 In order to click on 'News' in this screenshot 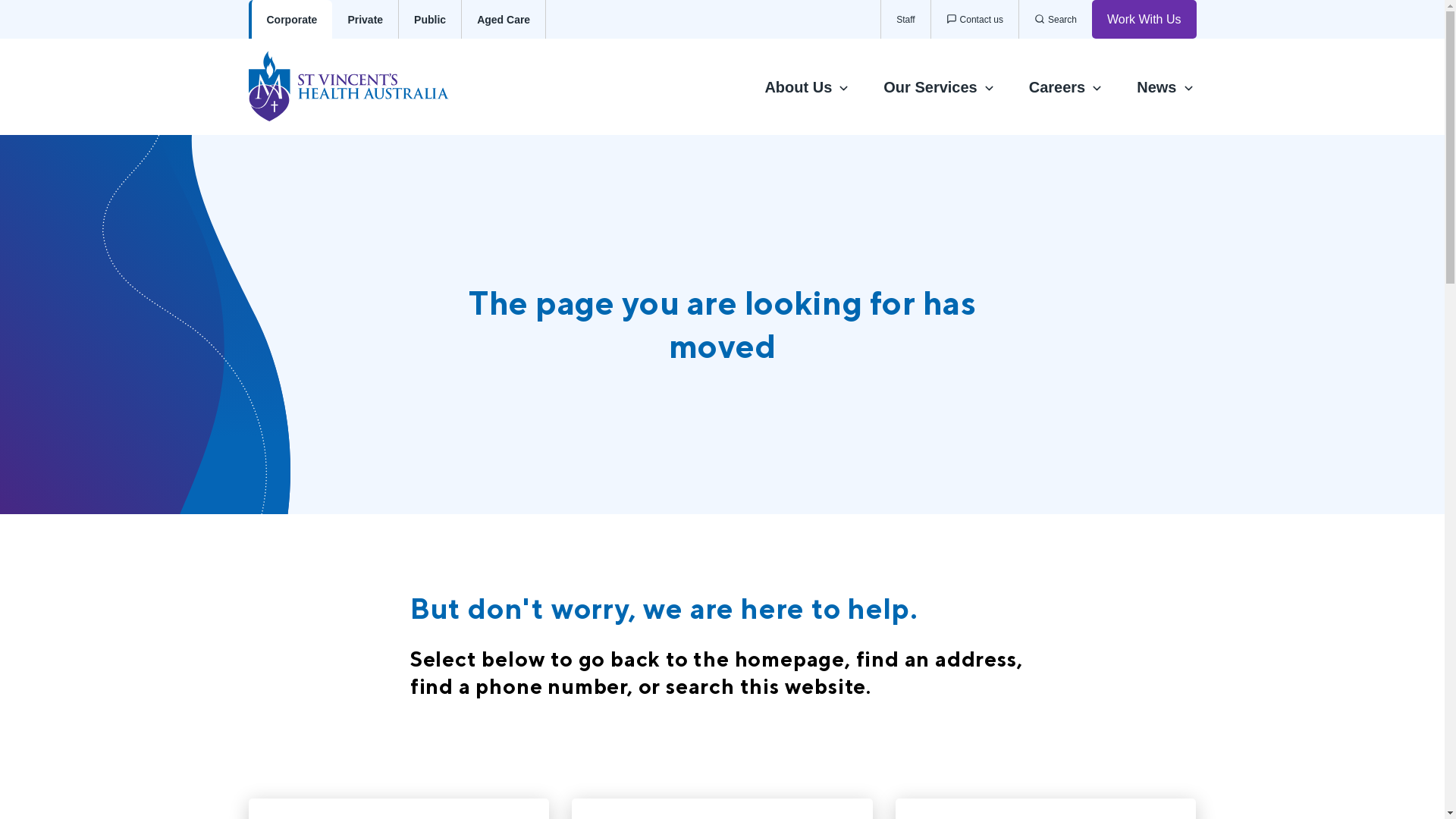, I will do `click(1164, 86)`.